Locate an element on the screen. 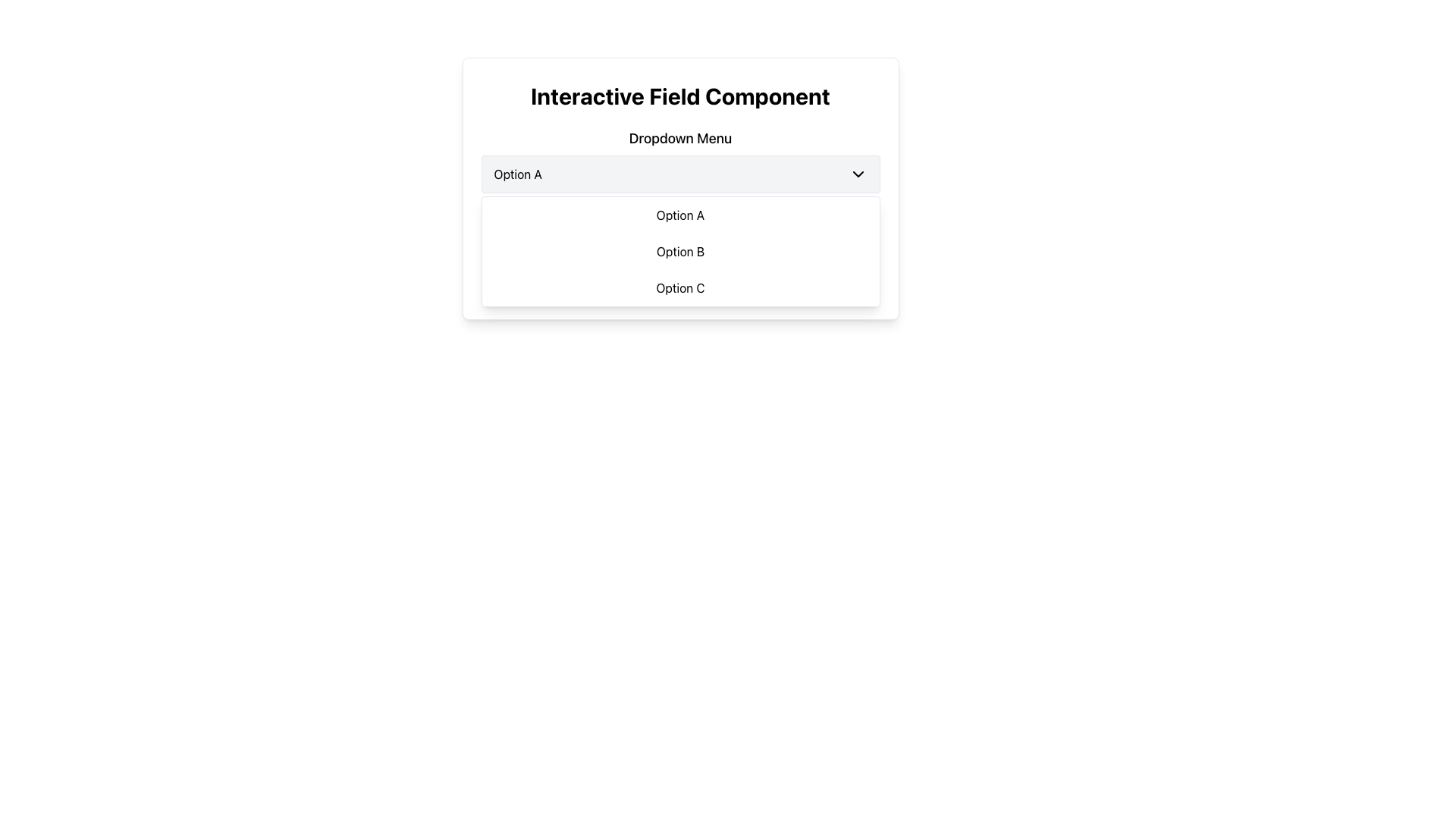  the first option in the dropdown menu is located at coordinates (679, 215).